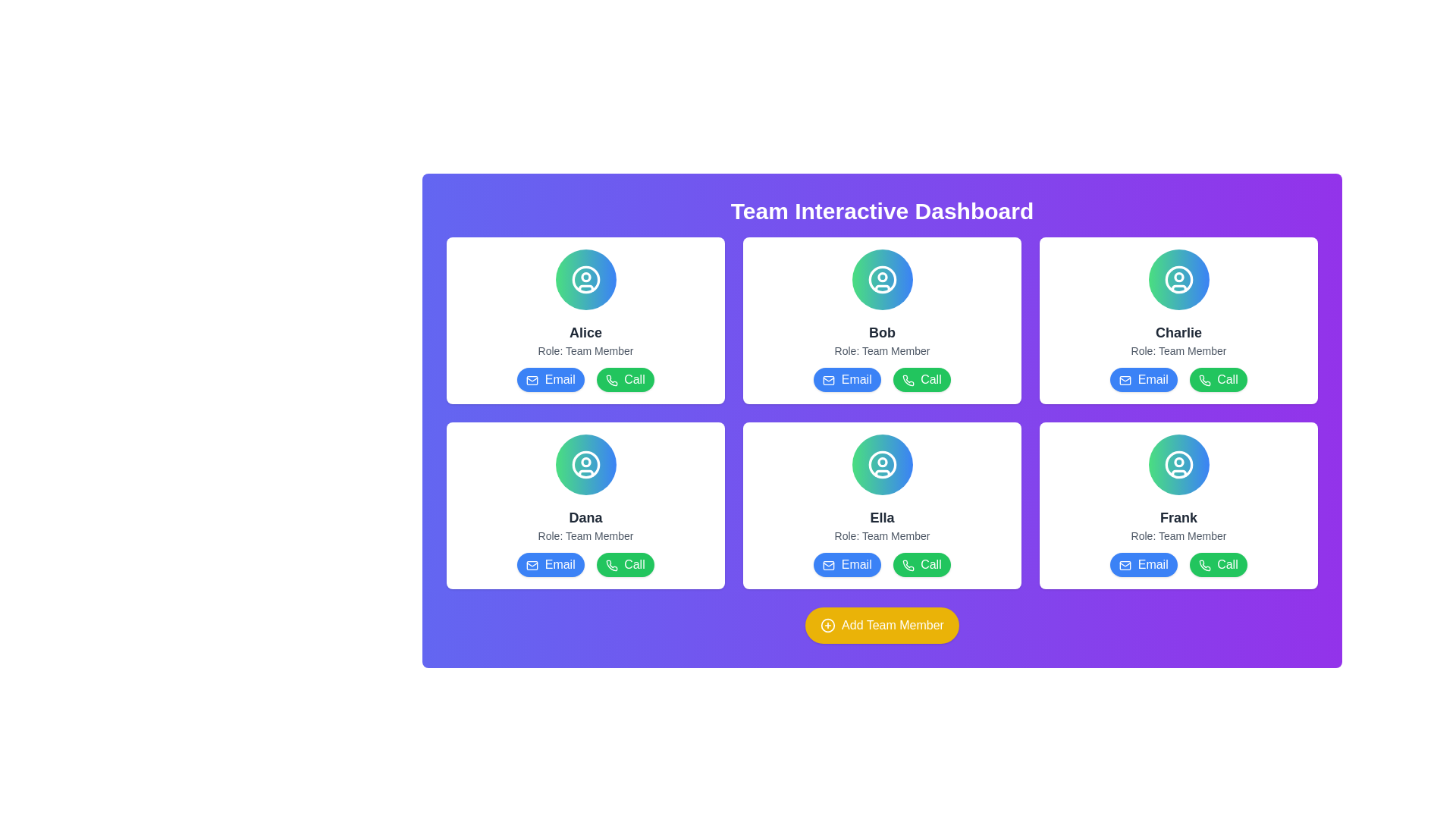  Describe the element at coordinates (1218, 379) in the screenshot. I see `the phone call button located to the right of the 'Email' button in the group of buttons under the card for 'Charlie'` at that location.